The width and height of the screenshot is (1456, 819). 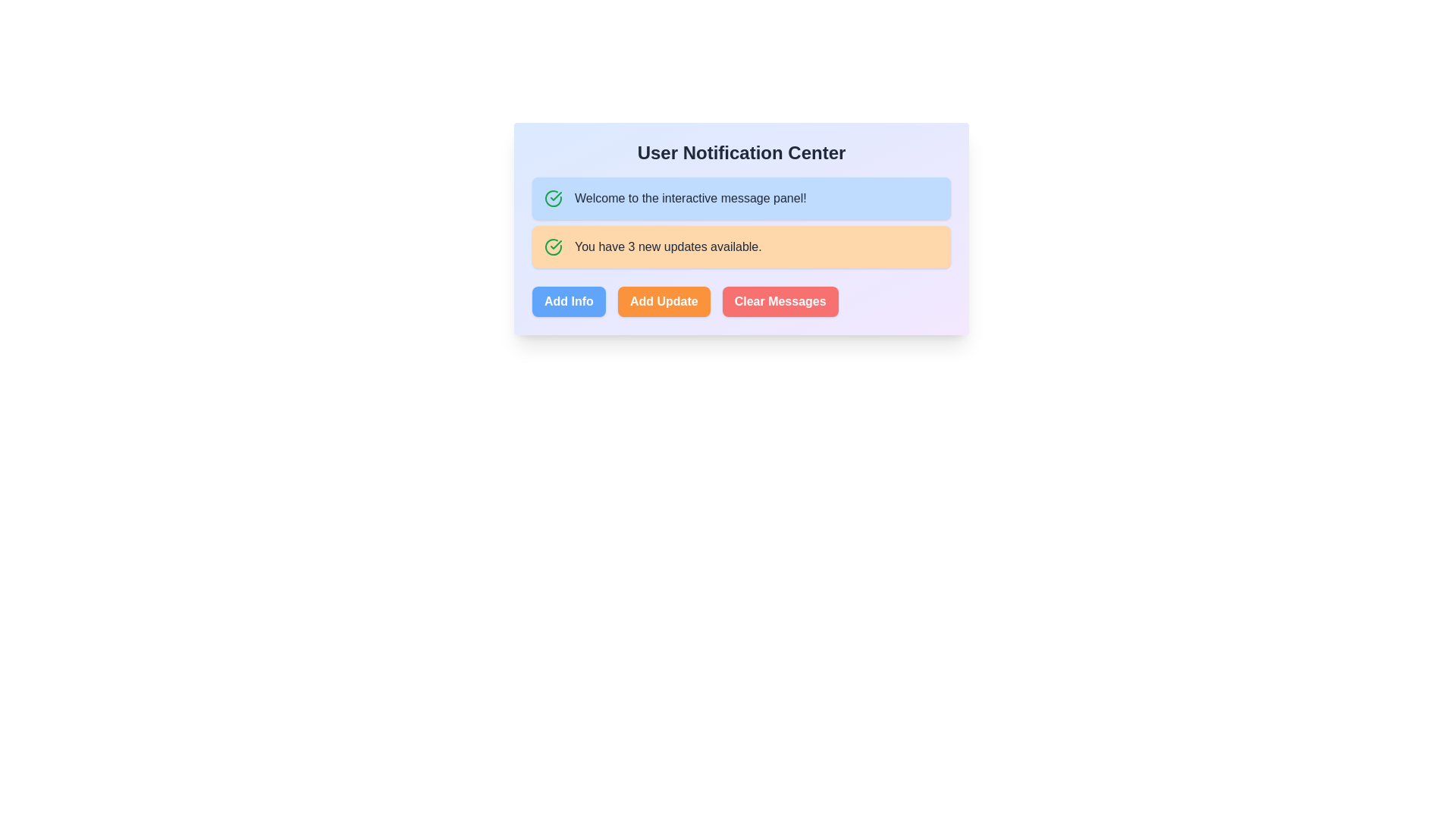 What do you see at coordinates (742, 198) in the screenshot?
I see `the informational panel that displays a welcoming note to the user, located below the 'User Notification Center' header` at bounding box center [742, 198].